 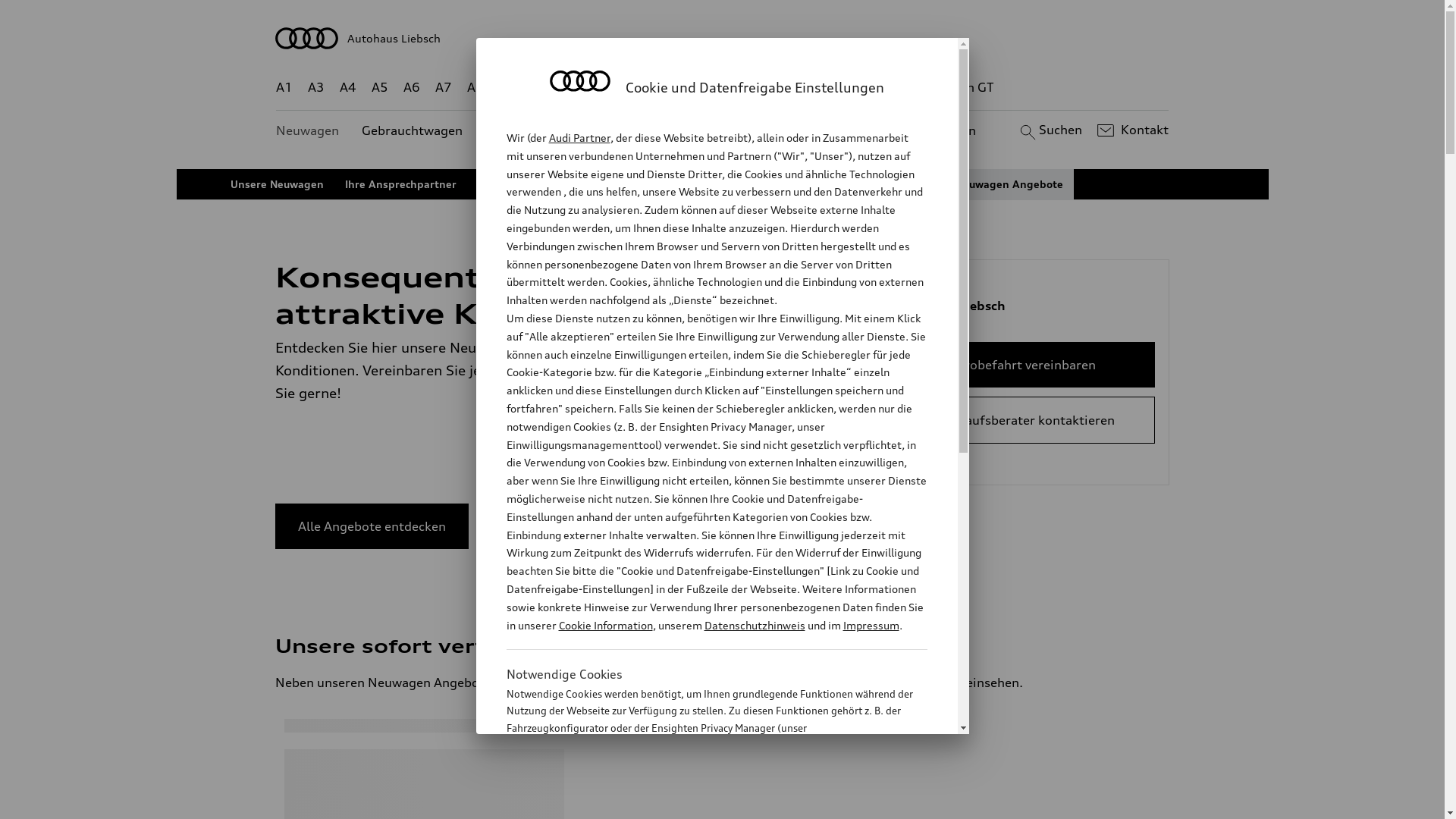 I want to click on 'A8', so click(x=466, y=87).